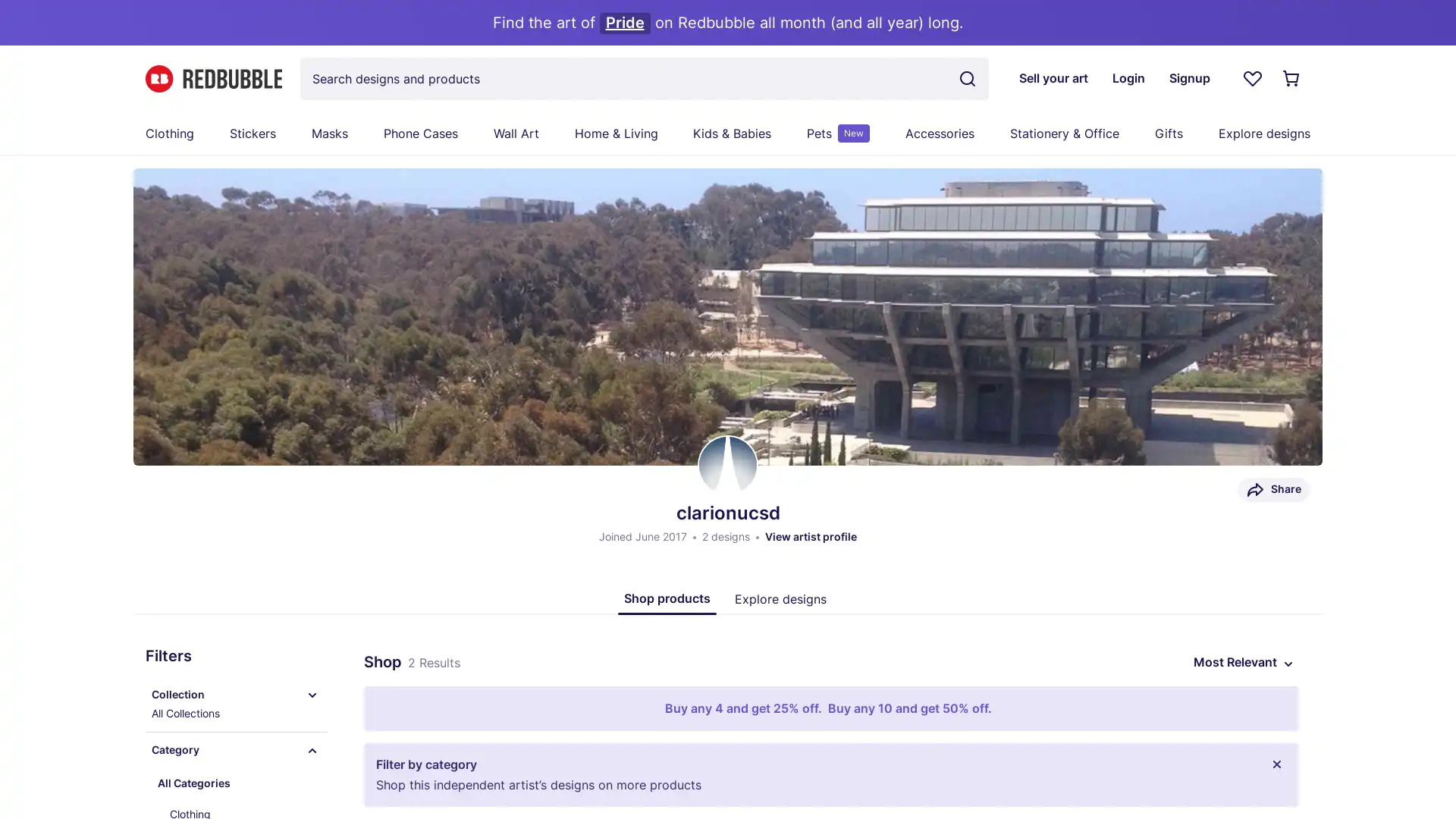  Describe the element at coordinates (236, 751) in the screenshot. I see `Category` at that location.